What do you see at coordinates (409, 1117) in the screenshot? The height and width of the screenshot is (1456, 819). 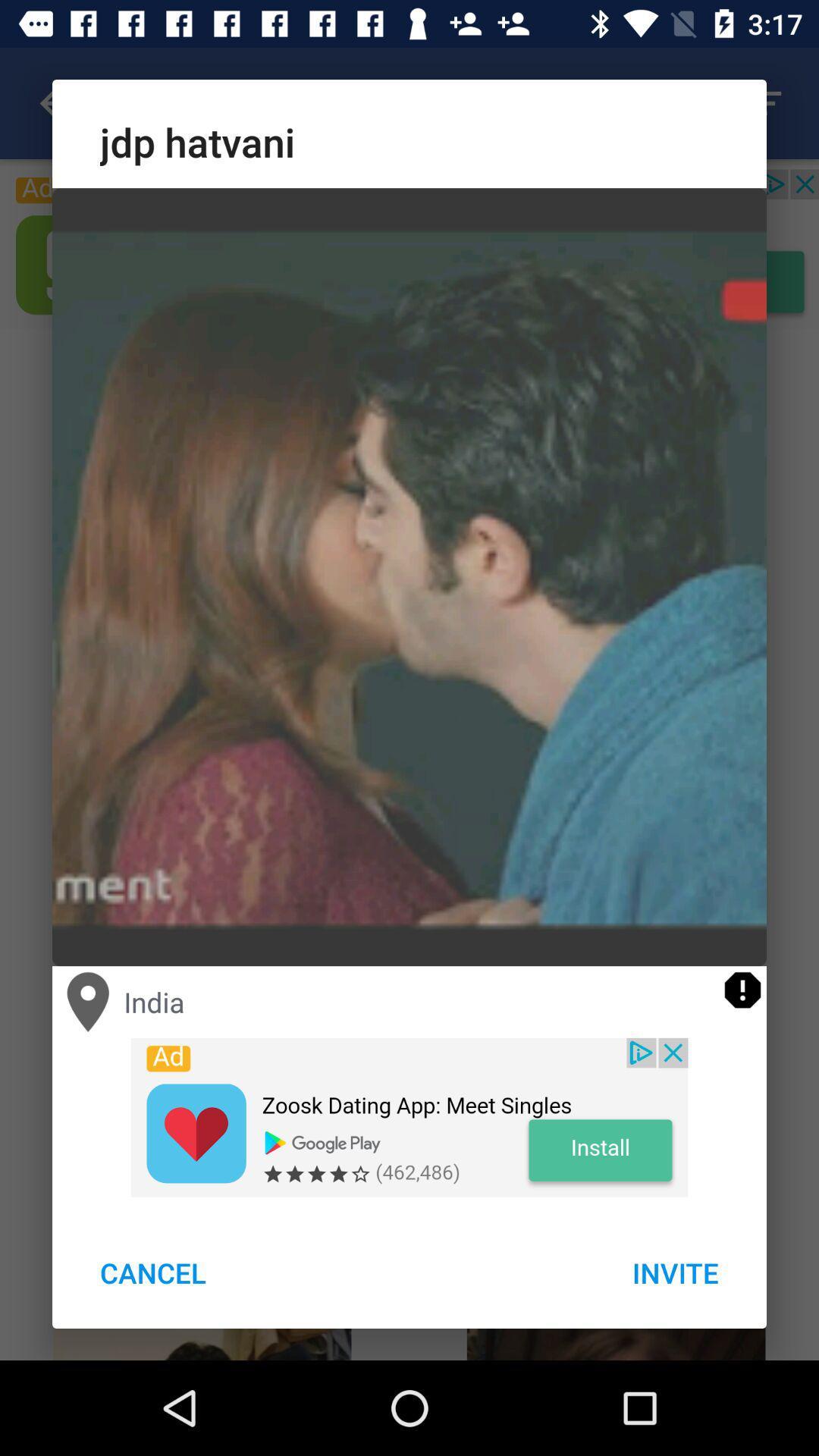 I see `app advertisement` at bounding box center [409, 1117].